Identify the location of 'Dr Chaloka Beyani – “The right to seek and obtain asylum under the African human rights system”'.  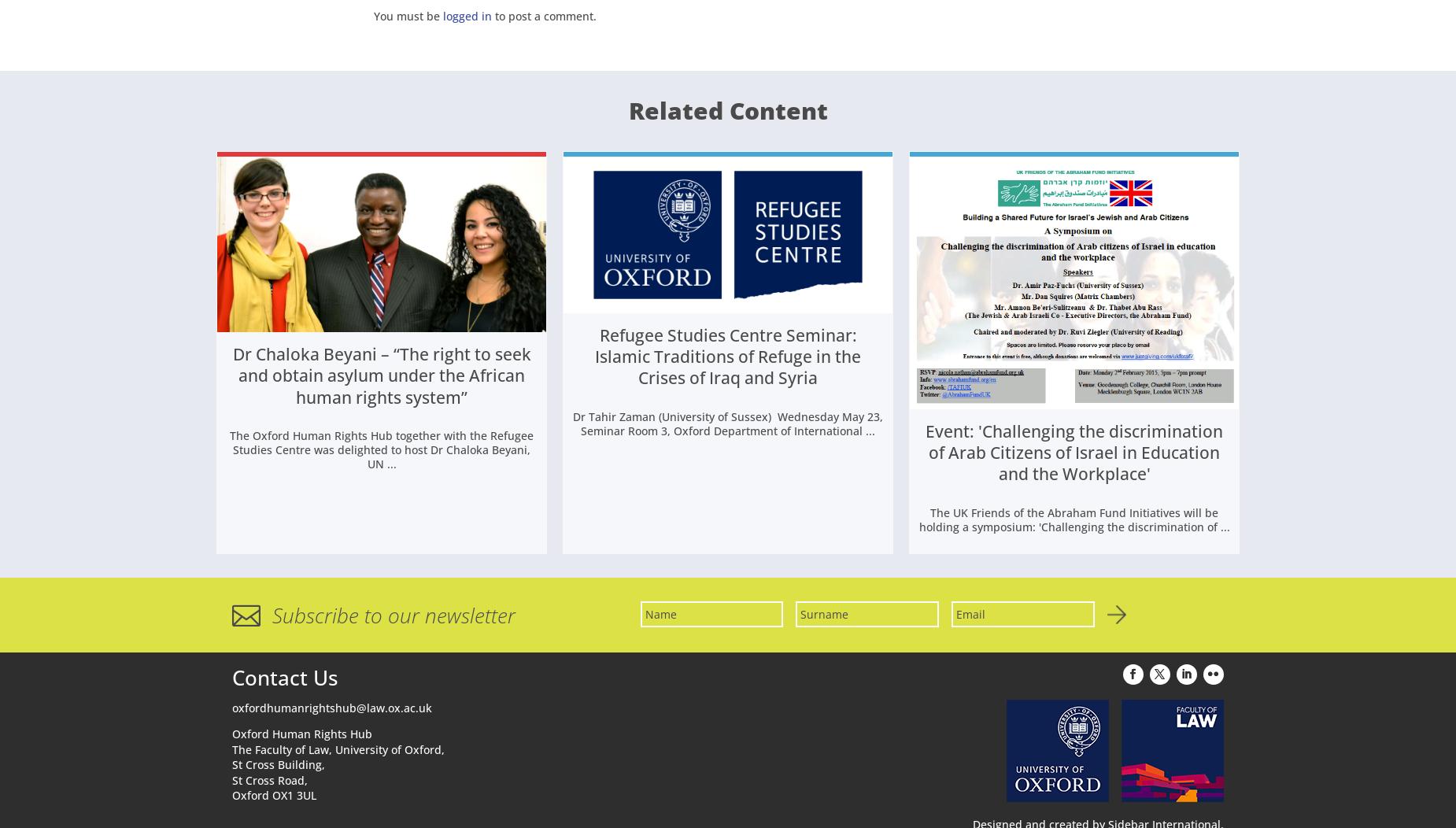
(381, 378).